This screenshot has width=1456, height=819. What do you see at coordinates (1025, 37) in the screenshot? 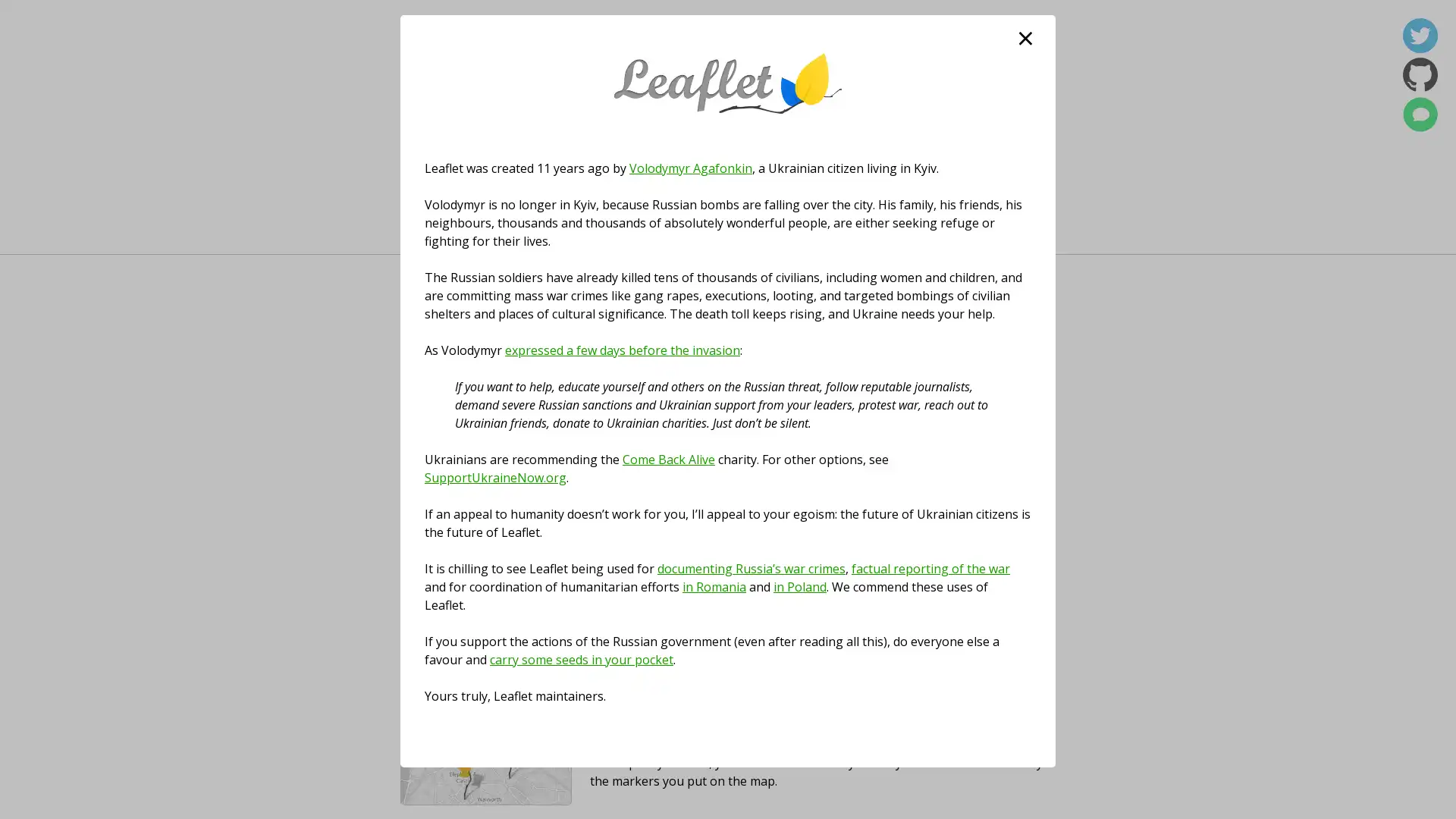
I see `close` at bounding box center [1025, 37].